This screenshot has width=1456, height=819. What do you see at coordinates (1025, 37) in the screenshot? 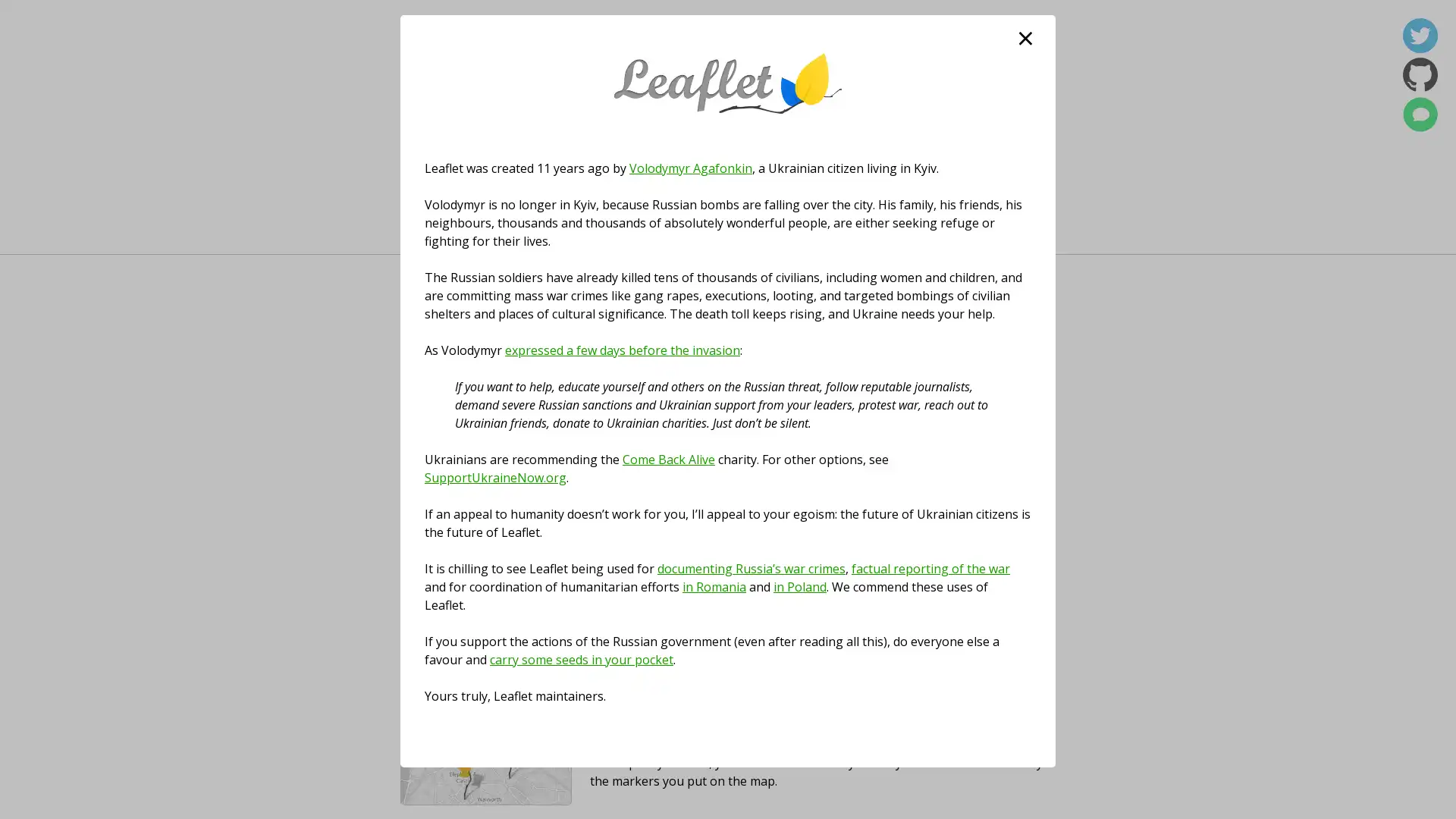
I see `close` at bounding box center [1025, 37].